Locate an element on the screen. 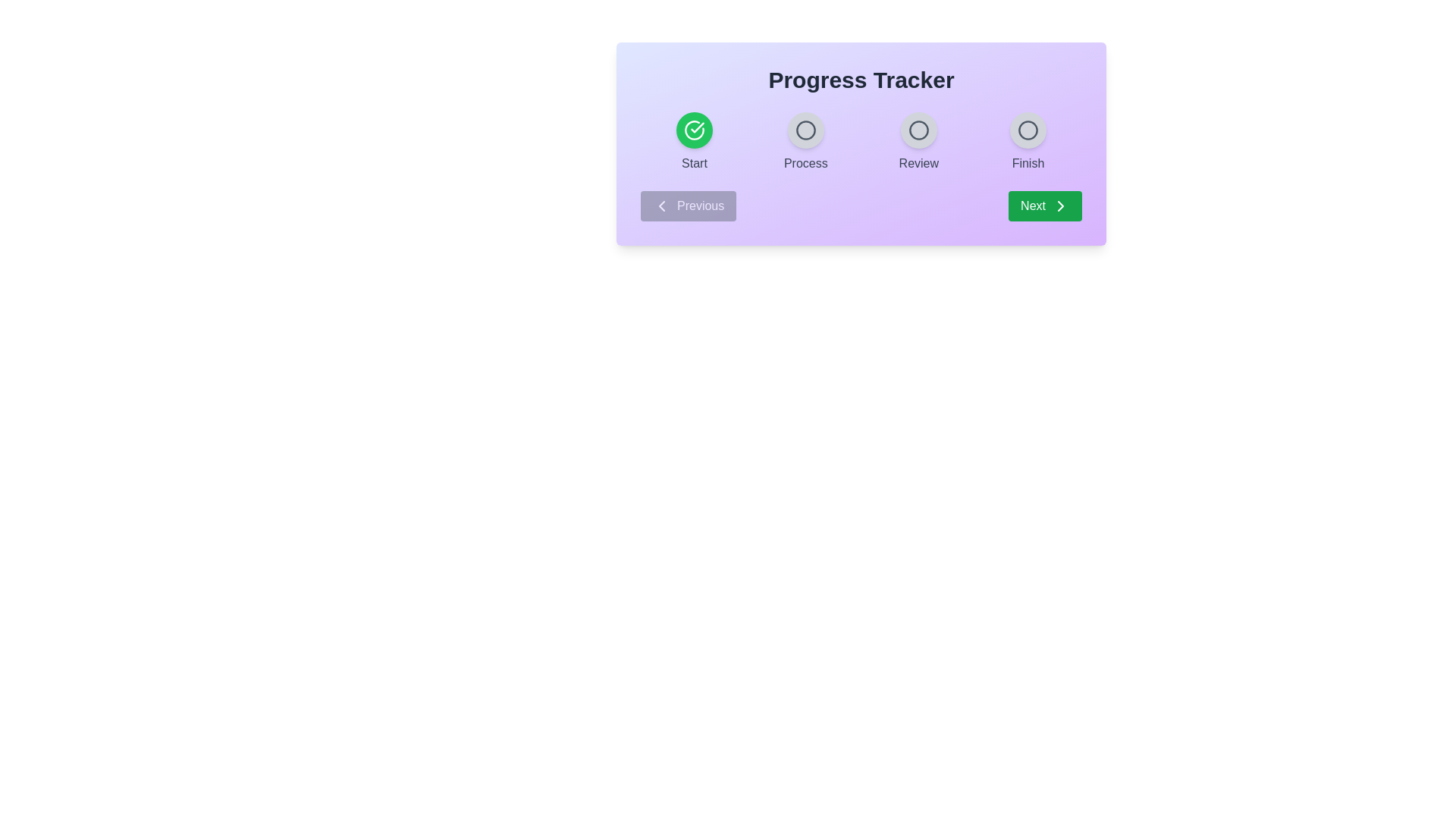 This screenshot has height=819, width=1456. text of the 'Process' label, which is the second step in the progress tracker, located under the second step indicator is located at coordinates (805, 164).